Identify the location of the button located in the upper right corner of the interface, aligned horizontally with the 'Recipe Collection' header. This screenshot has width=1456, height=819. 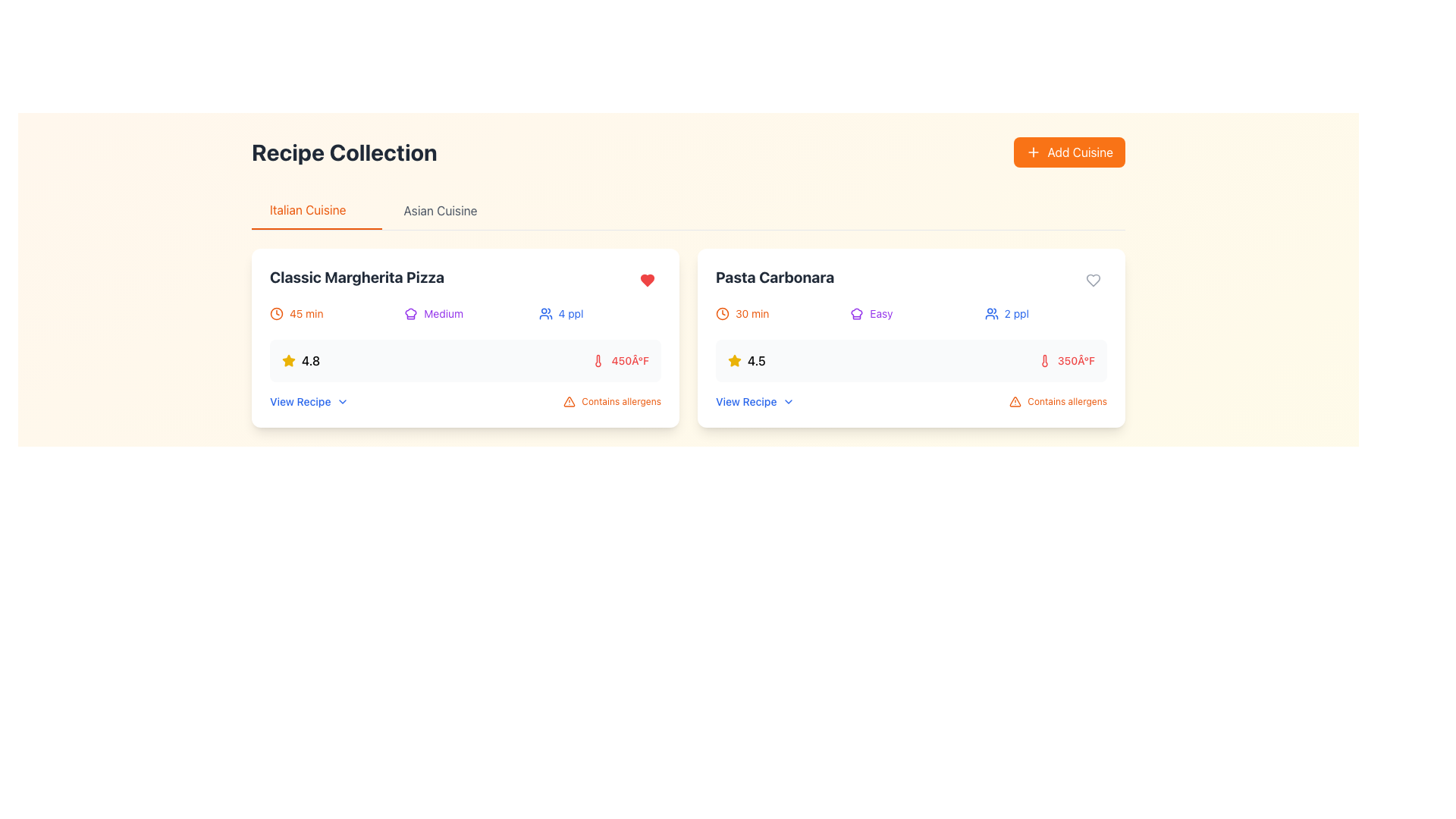
(1068, 152).